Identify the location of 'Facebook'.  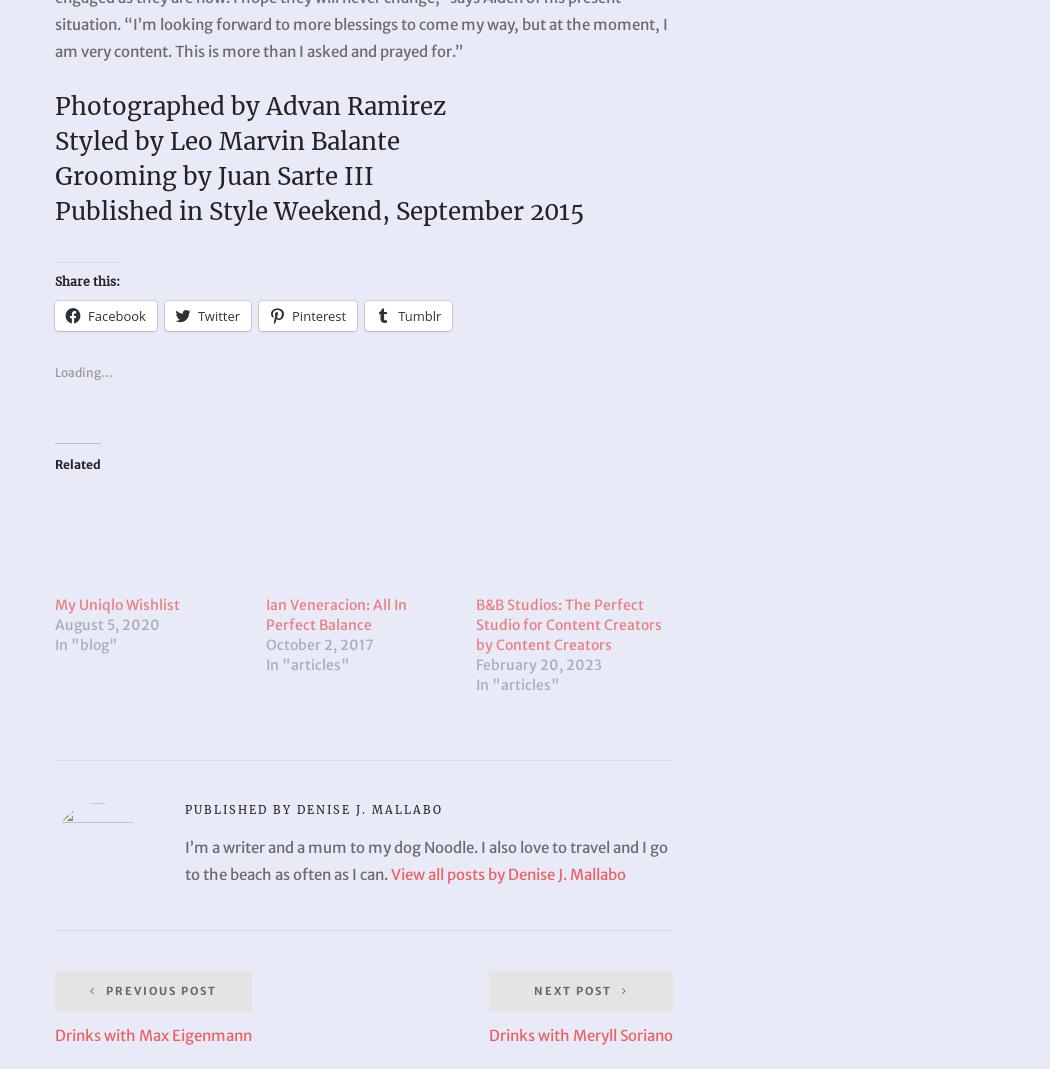
(115, 314).